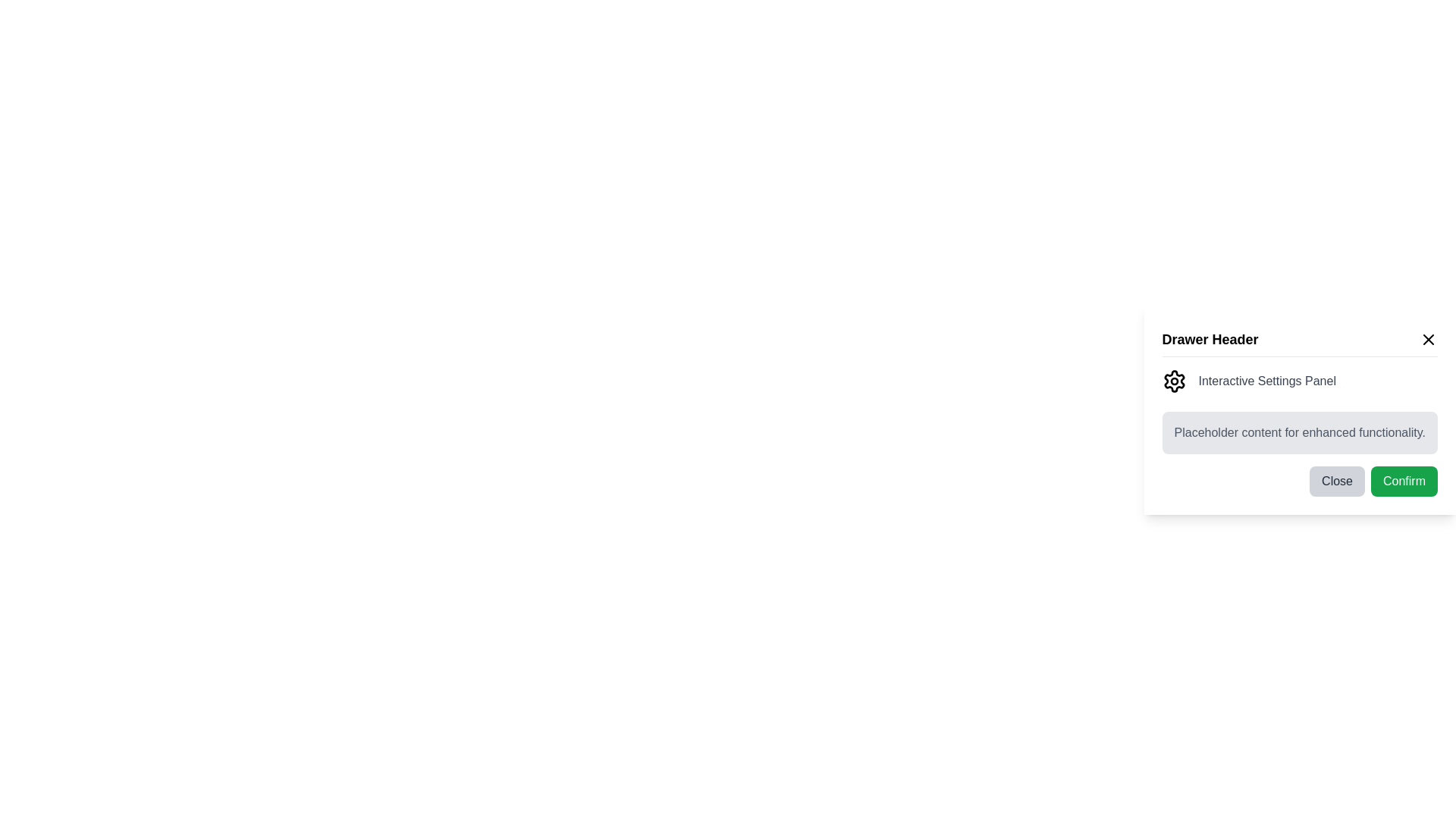 The width and height of the screenshot is (1456, 819). Describe the element at coordinates (1299, 380) in the screenshot. I see `the 'Interactive Settings Panel' element, which consists of a settings icon resembling a cogwheel followed by the text in a dark color, located in the top section of a drawer-like interface` at that location.